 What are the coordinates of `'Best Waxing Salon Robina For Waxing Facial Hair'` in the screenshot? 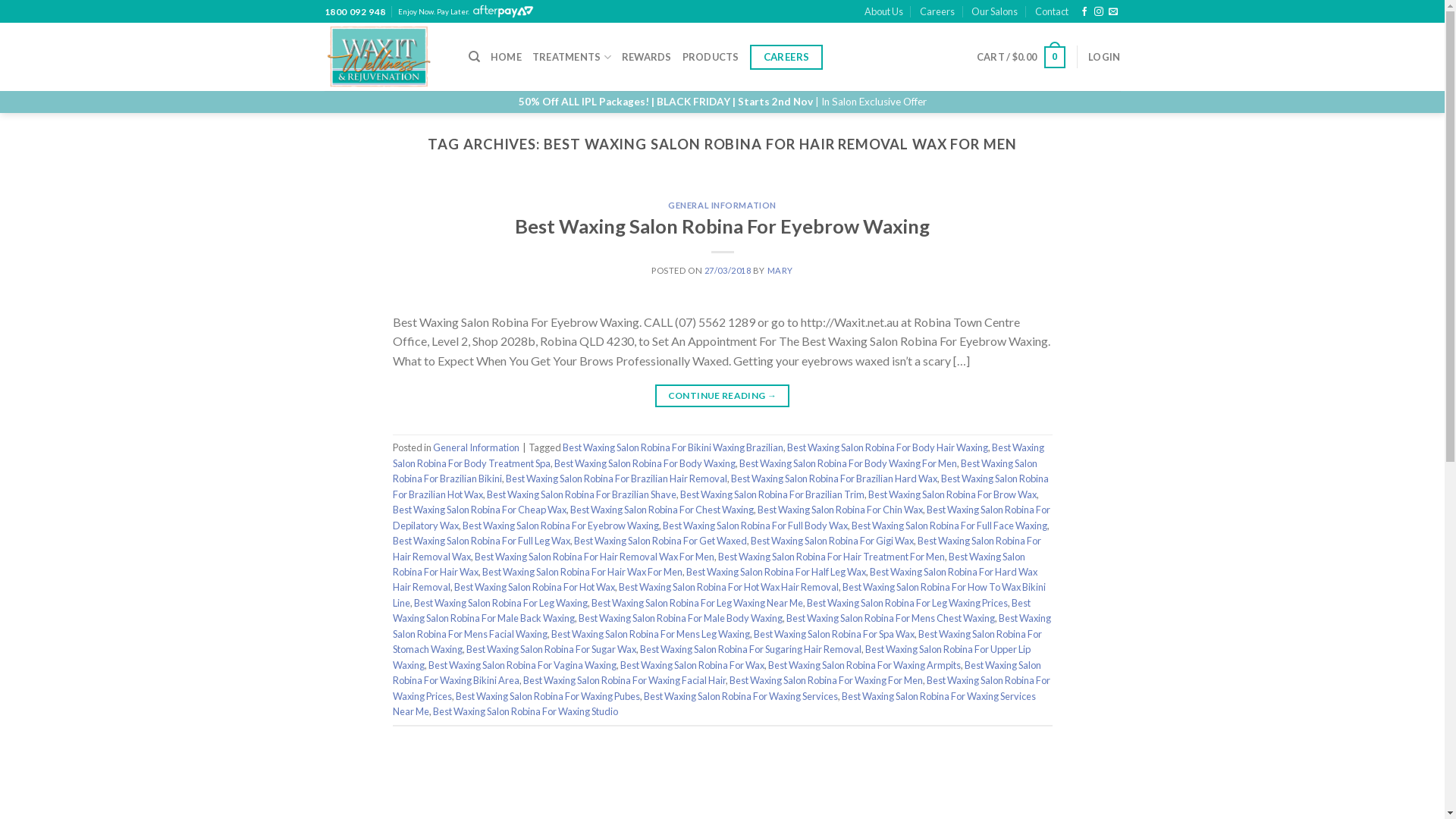 It's located at (523, 679).